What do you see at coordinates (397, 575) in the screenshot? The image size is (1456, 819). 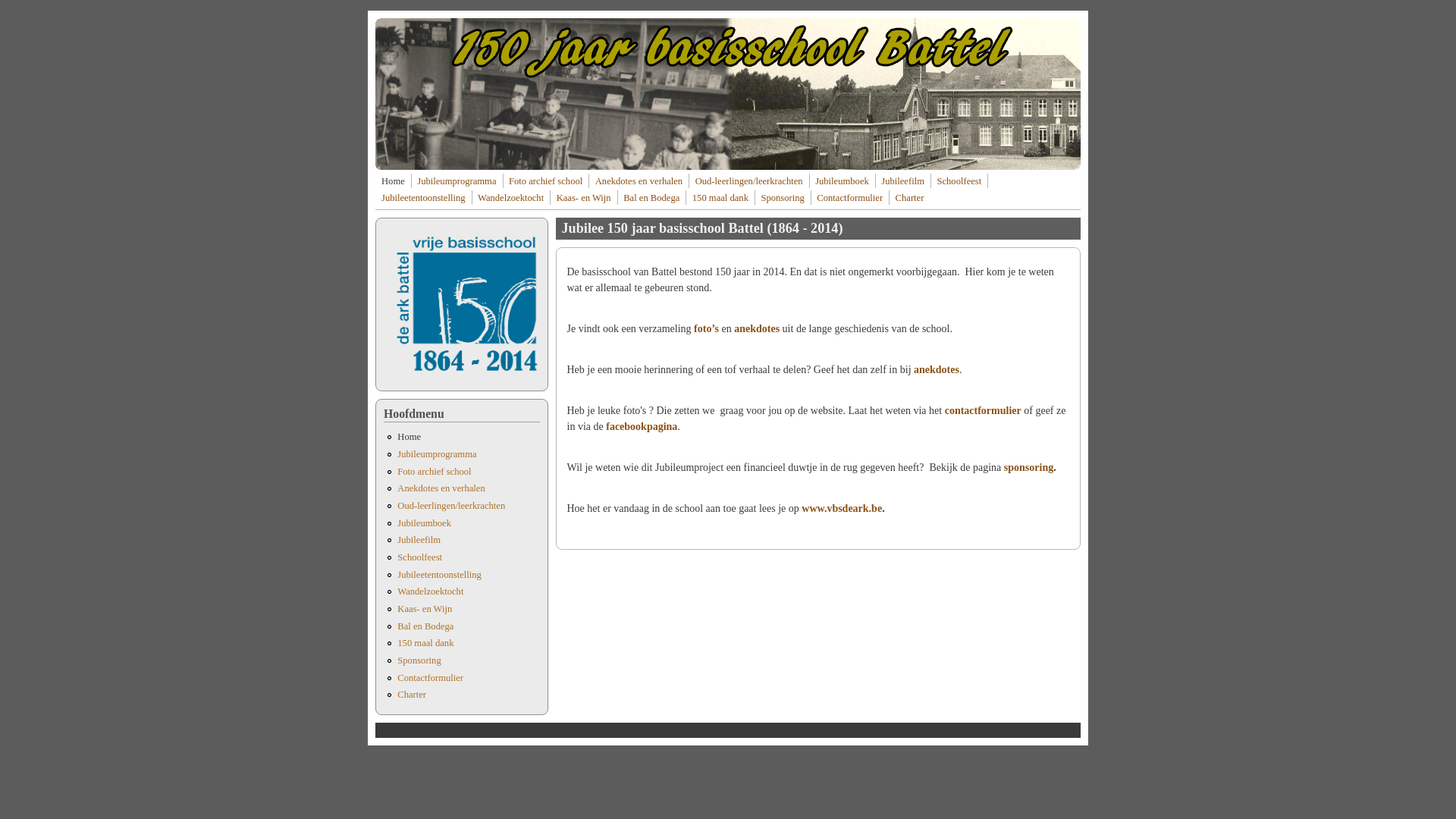 I see `'Jubileetentoonstelling'` at bounding box center [397, 575].